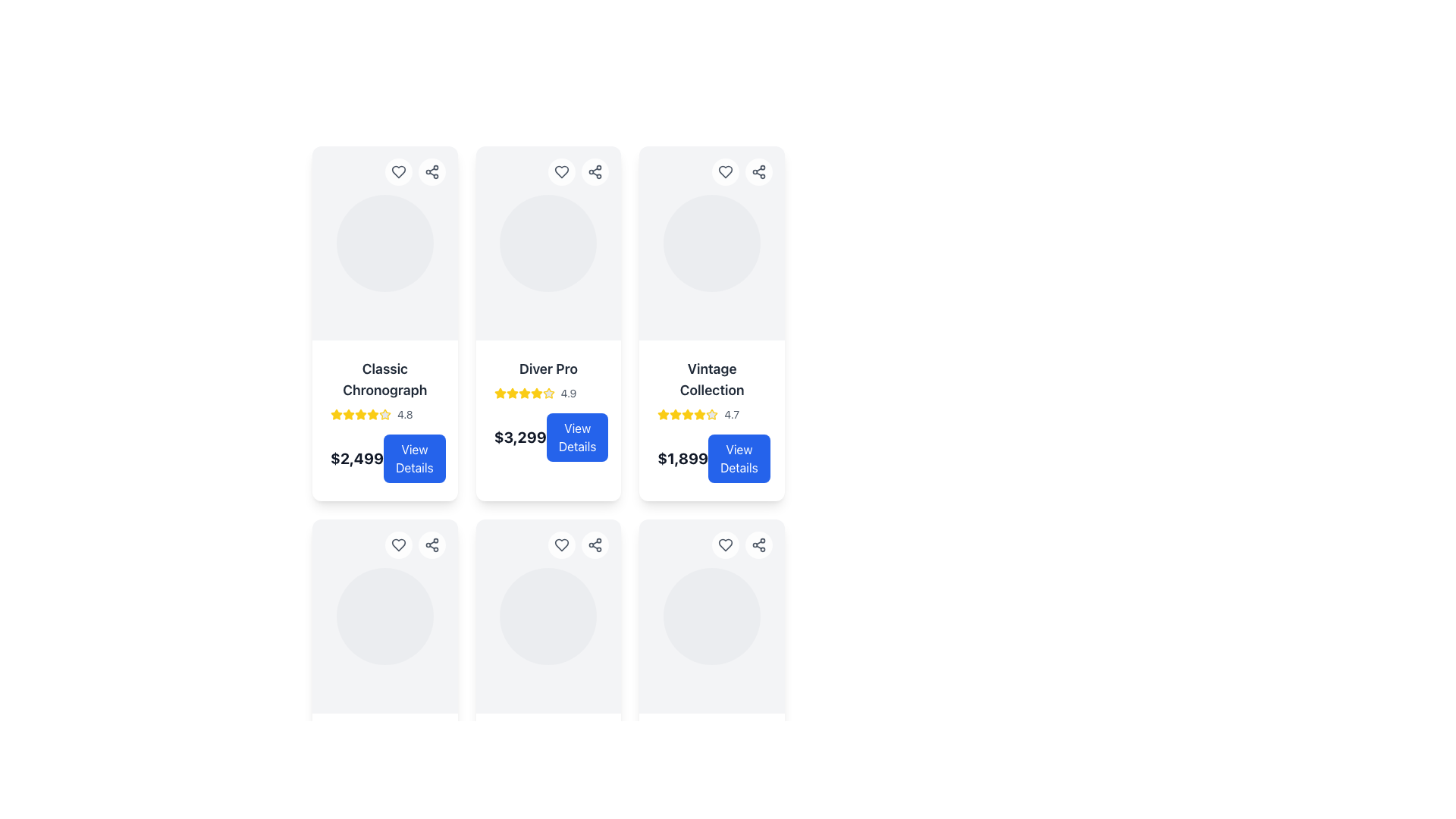  I want to click on displayed price '$1,899' from the bold text label located below the product description and rating section in the Vintage Collection product card, situated in the third column of the top row, so click(682, 458).